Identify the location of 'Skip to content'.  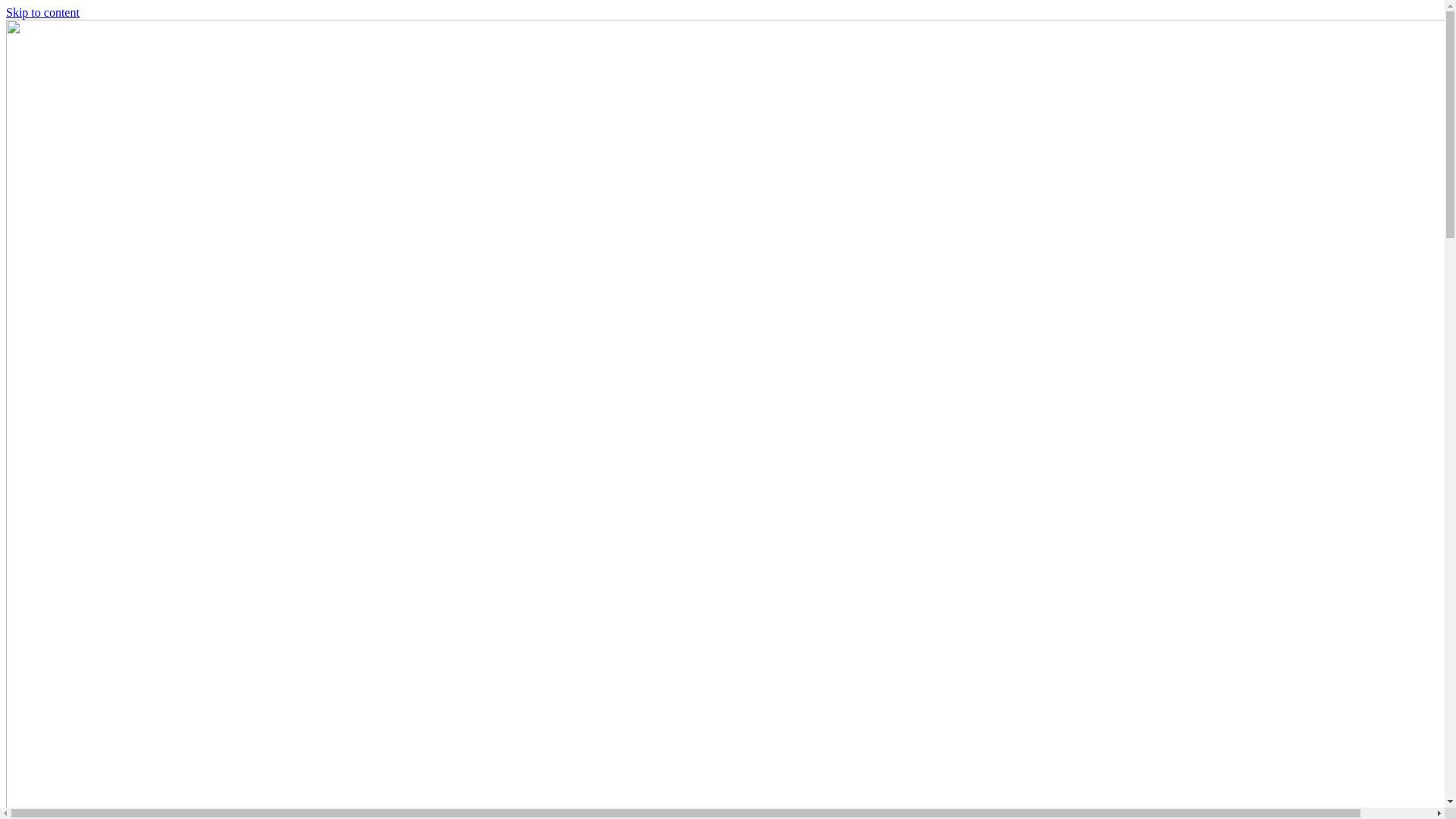
(6, 12).